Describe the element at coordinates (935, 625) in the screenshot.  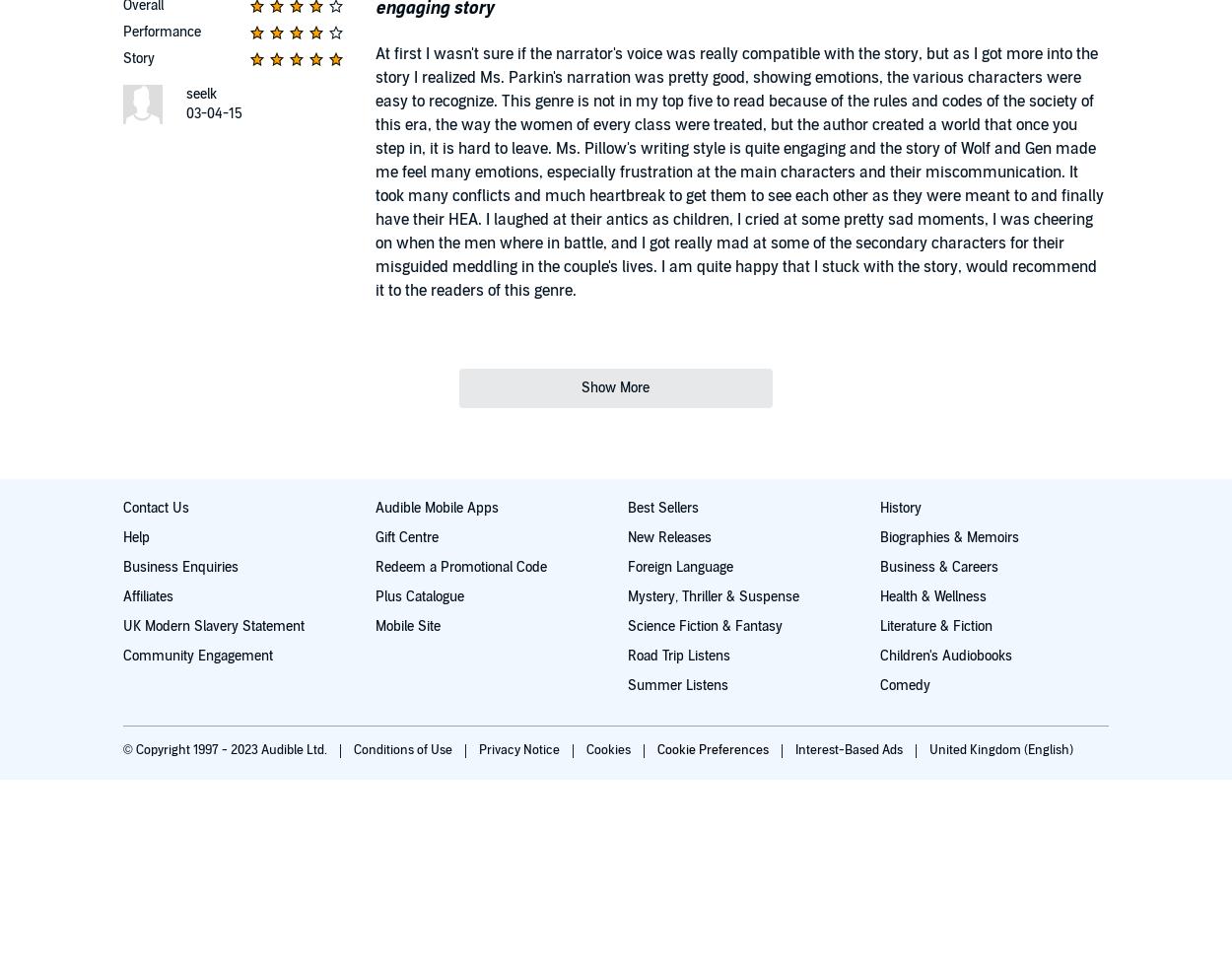
I see `'Literature & Fiction'` at that location.